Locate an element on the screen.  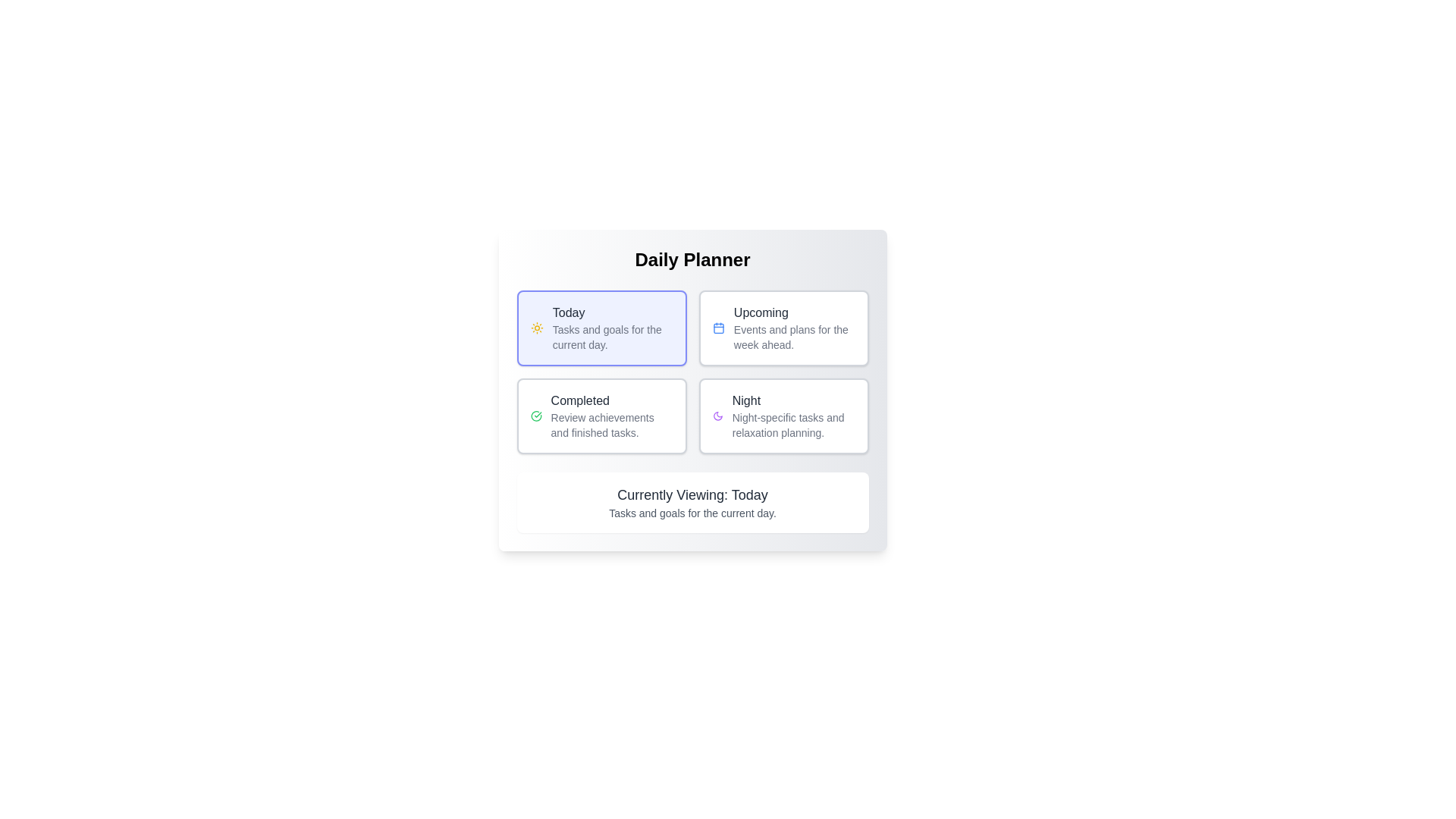
the 'Daily Planner' header text element, which serves as the title for the section is located at coordinates (692, 259).